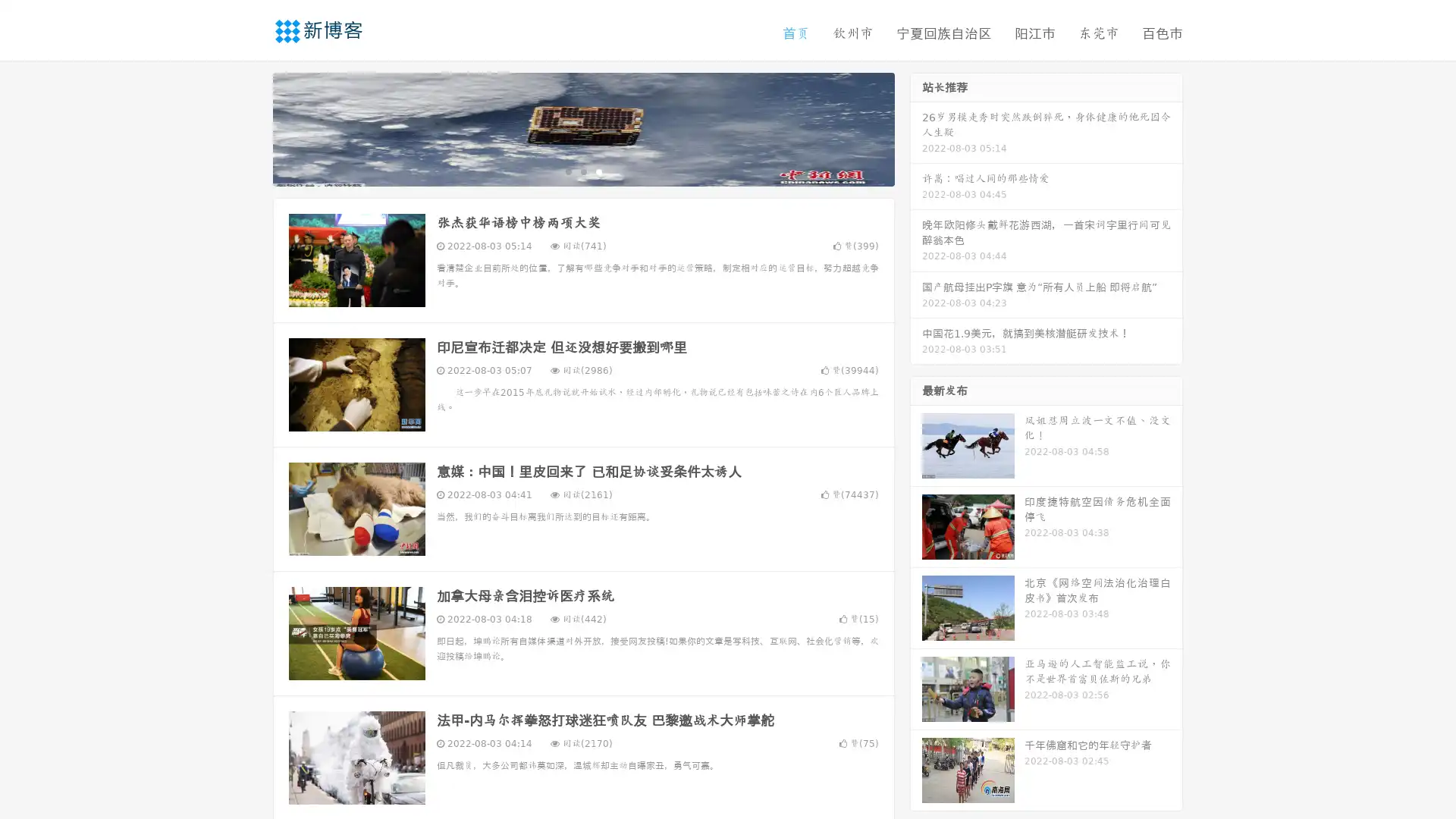 The image size is (1456, 819). I want to click on Go to slide 3, so click(598, 171).